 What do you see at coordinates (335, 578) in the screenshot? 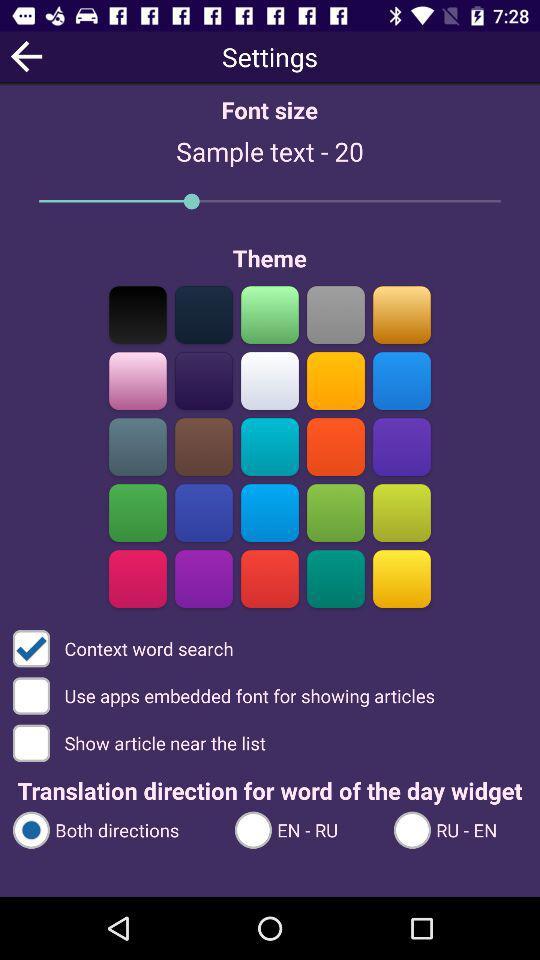
I see `turquoise theme` at bounding box center [335, 578].